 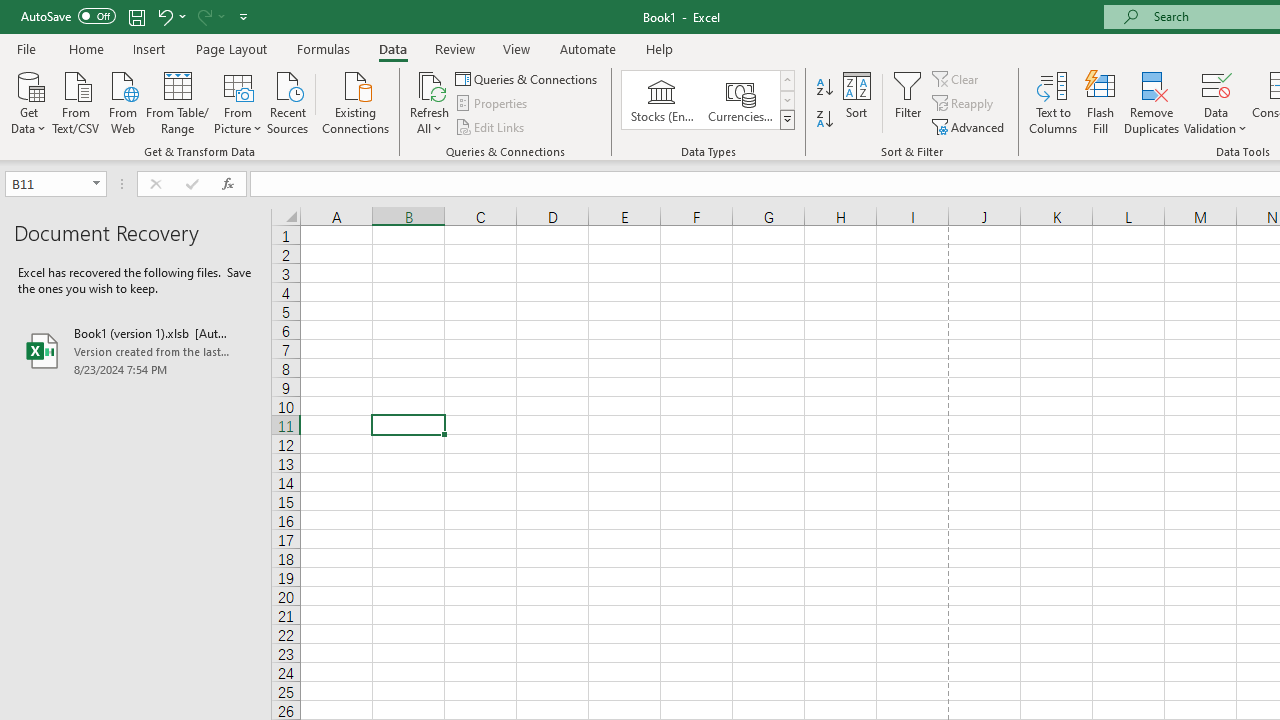 What do you see at coordinates (323, 48) in the screenshot?
I see `'Formulas'` at bounding box center [323, 48].